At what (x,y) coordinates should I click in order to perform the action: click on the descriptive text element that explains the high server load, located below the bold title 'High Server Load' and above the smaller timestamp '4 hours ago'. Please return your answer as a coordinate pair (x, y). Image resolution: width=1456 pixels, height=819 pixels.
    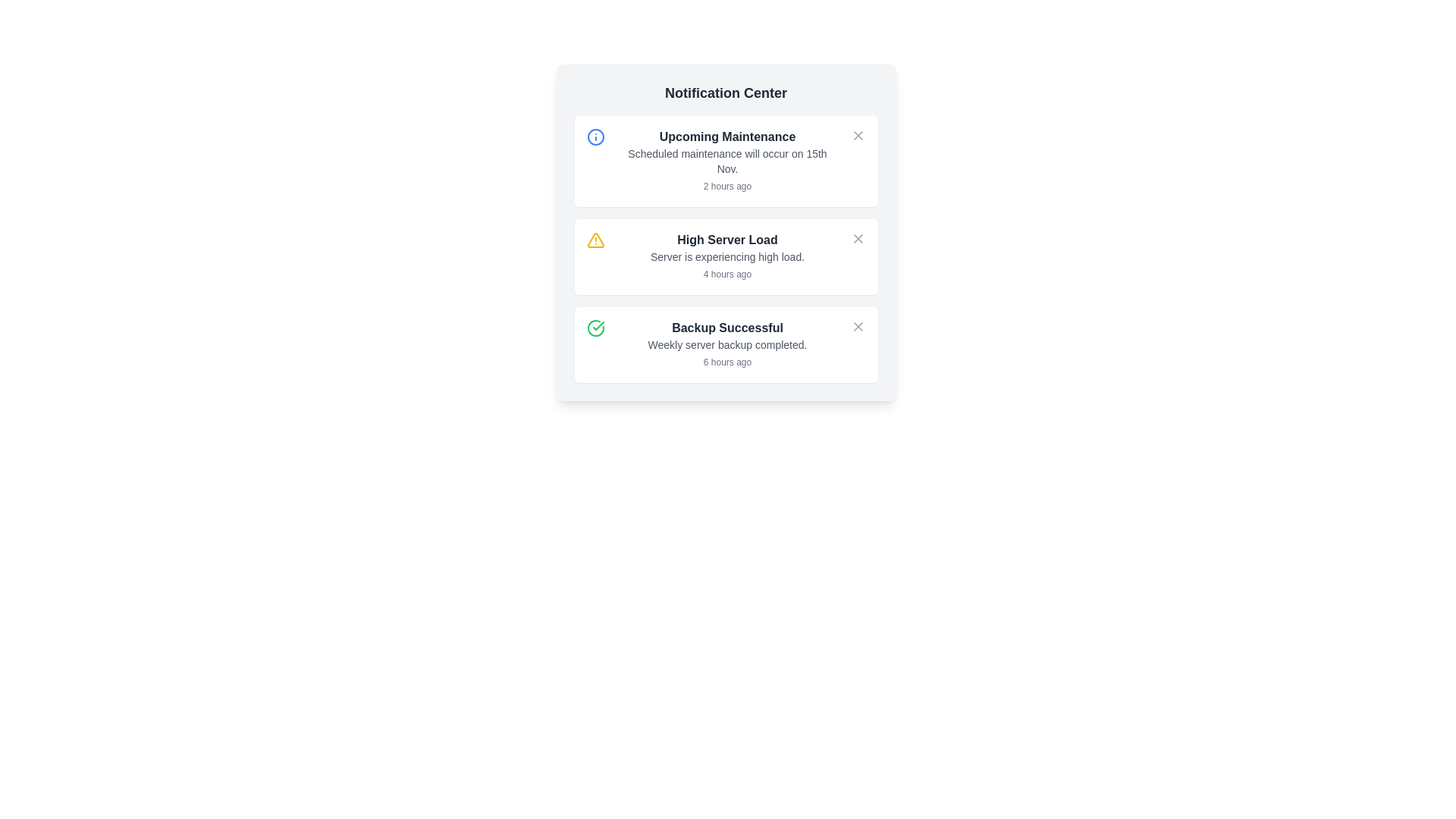
    Looking at the image, I should click on (726, 256).